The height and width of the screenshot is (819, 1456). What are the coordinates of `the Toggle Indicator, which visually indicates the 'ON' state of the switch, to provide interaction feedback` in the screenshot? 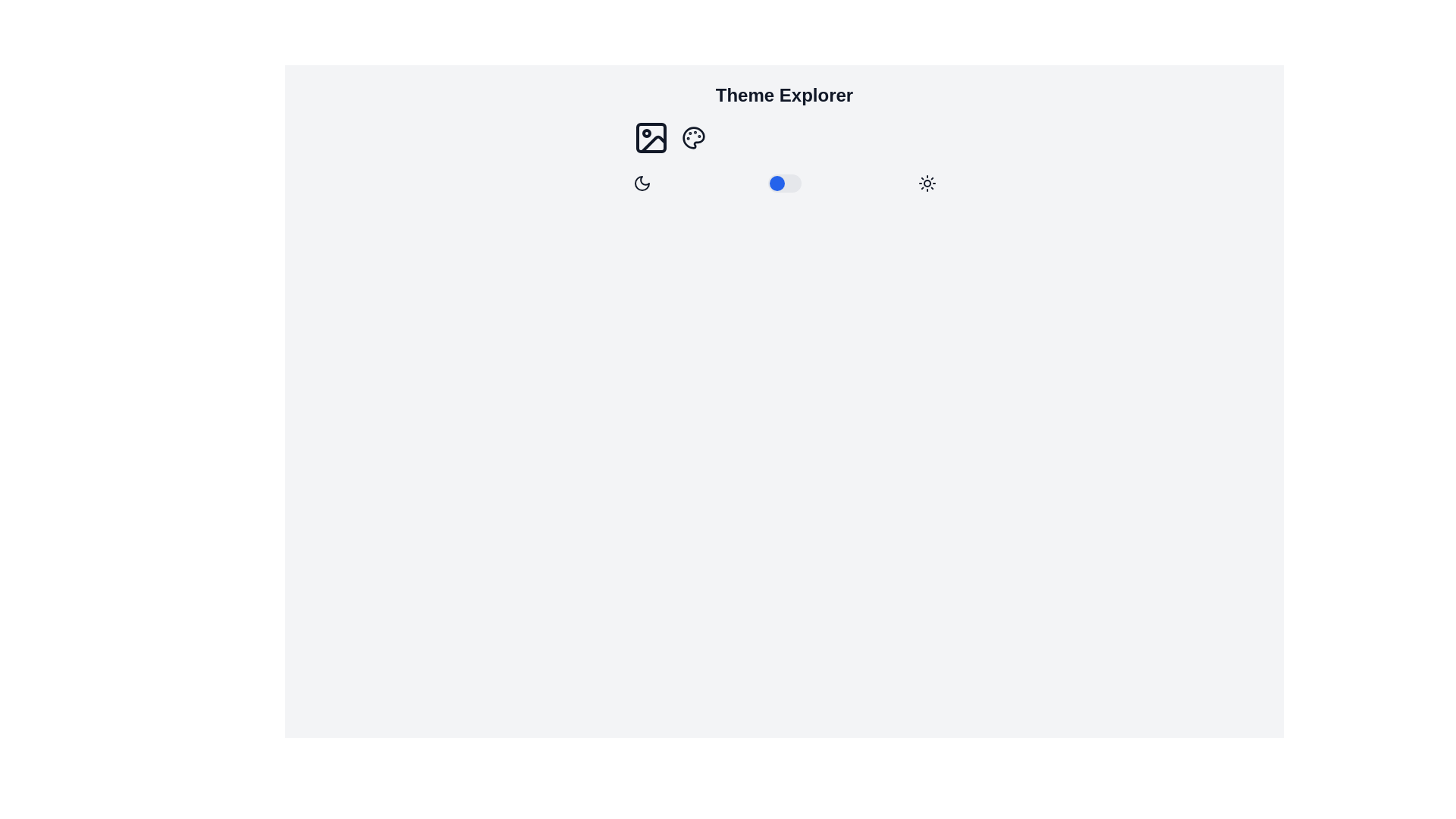 It's located at (777, 183).